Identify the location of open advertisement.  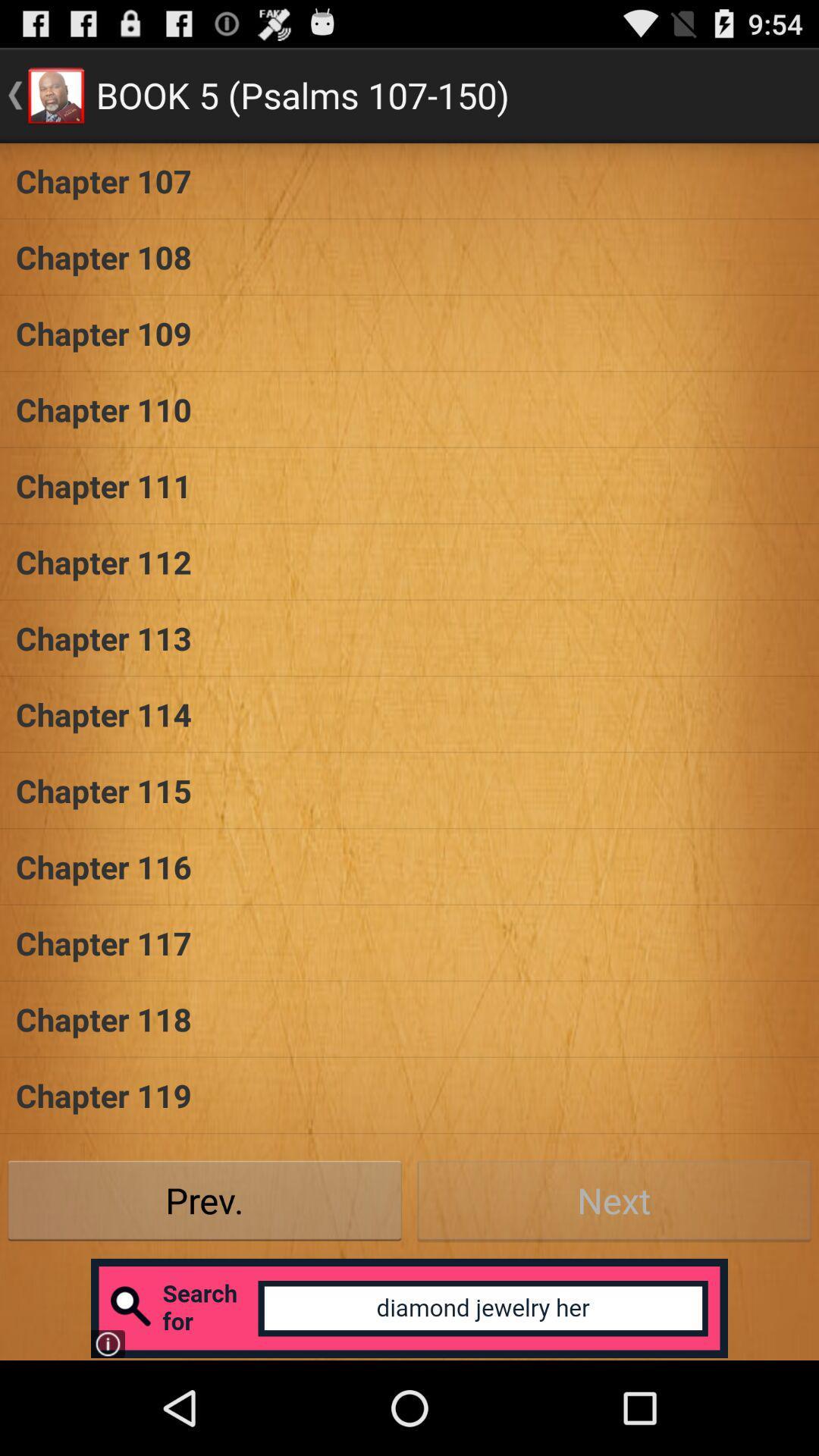
(409, 1307).